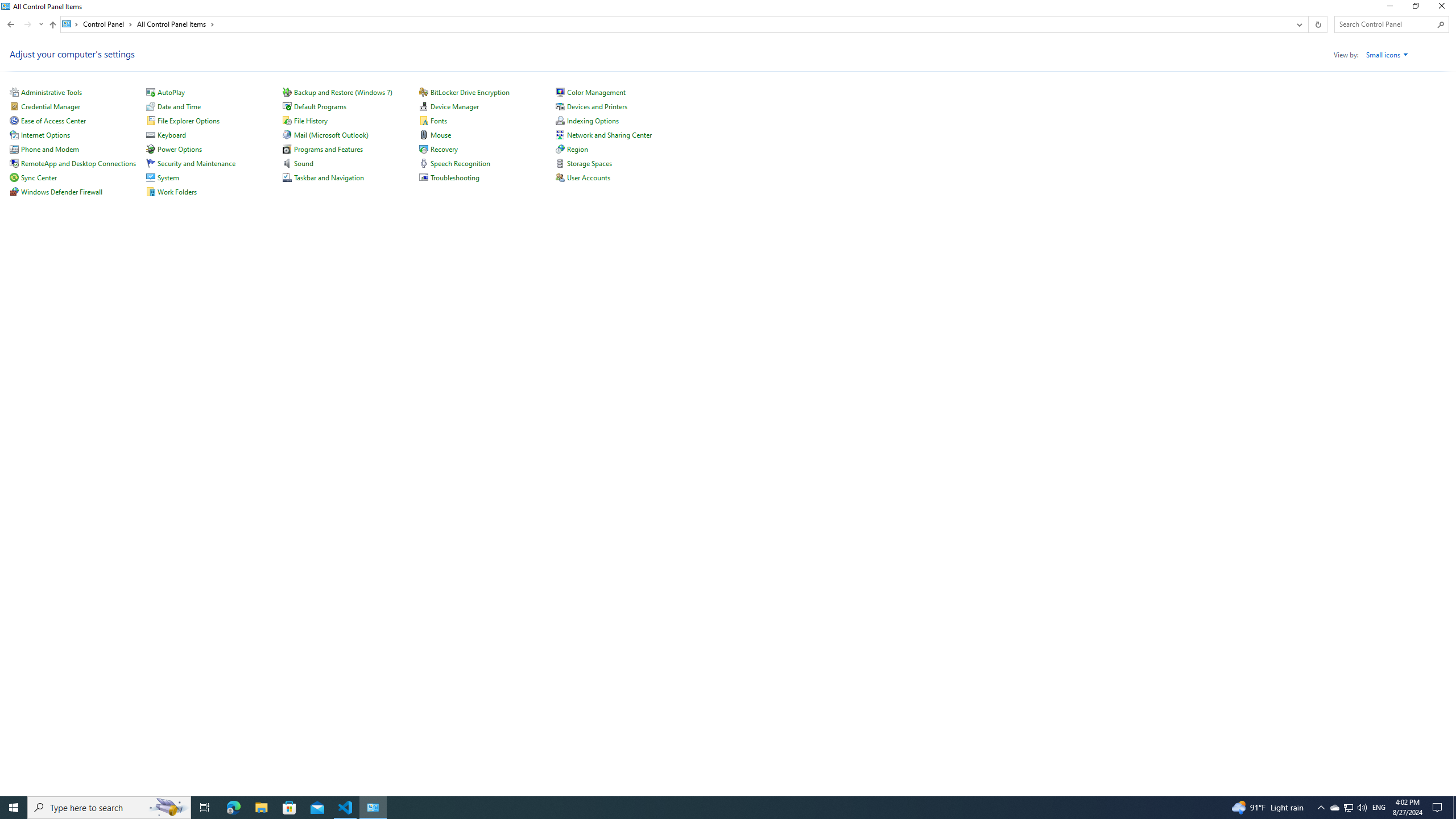  What do you see at coordinates (589, 177) in the screenshot?
I see `'User Accounts'` at bounding box center [589, 177].